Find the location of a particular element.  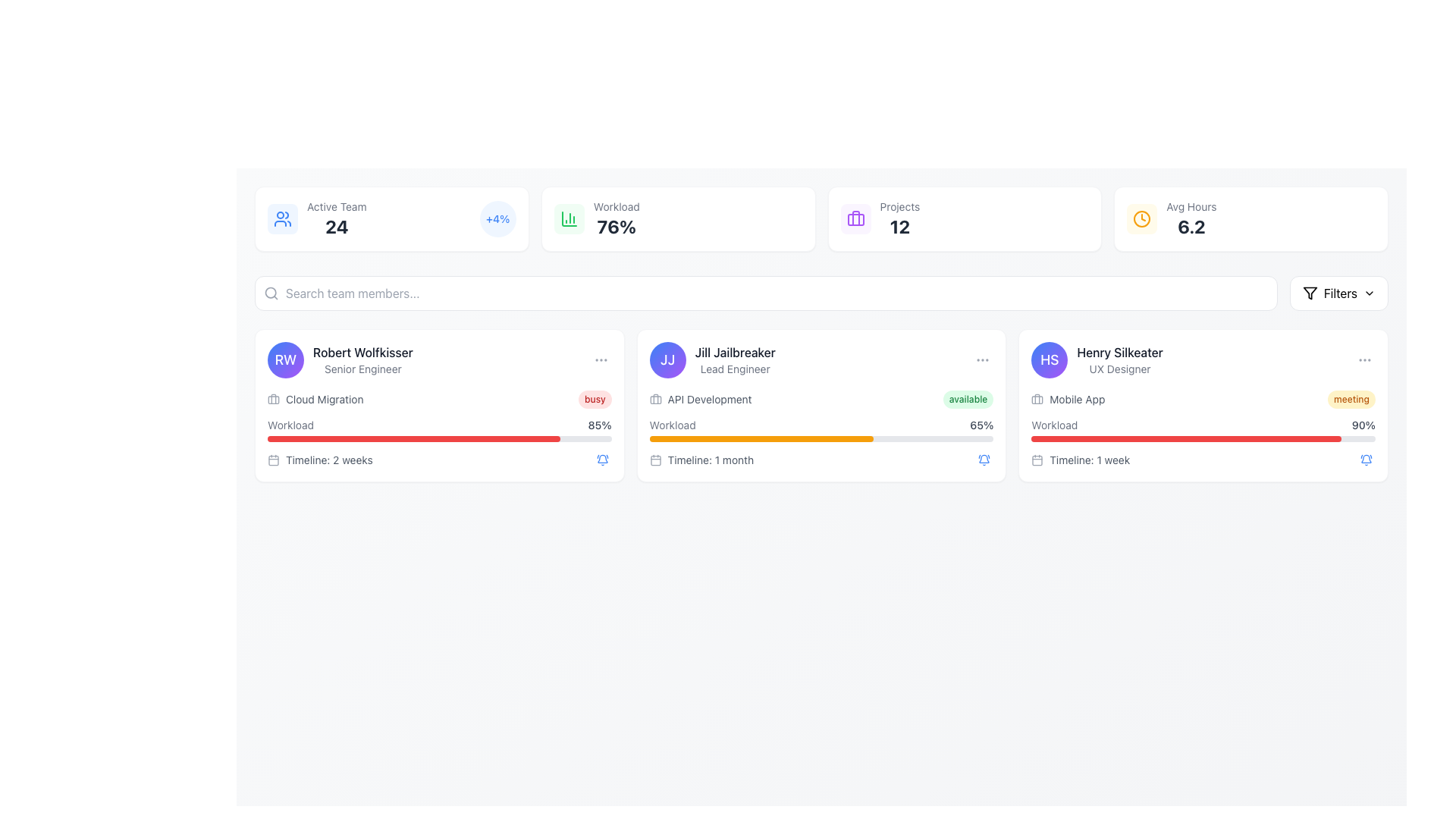

the progress visually by interacting with the progress bar representing 'Henry Silkeater's workload, which is displayed below the text 'Workload' and '90%' in the rightmost section of the three-person cards is located at coordinates (1203, 438).